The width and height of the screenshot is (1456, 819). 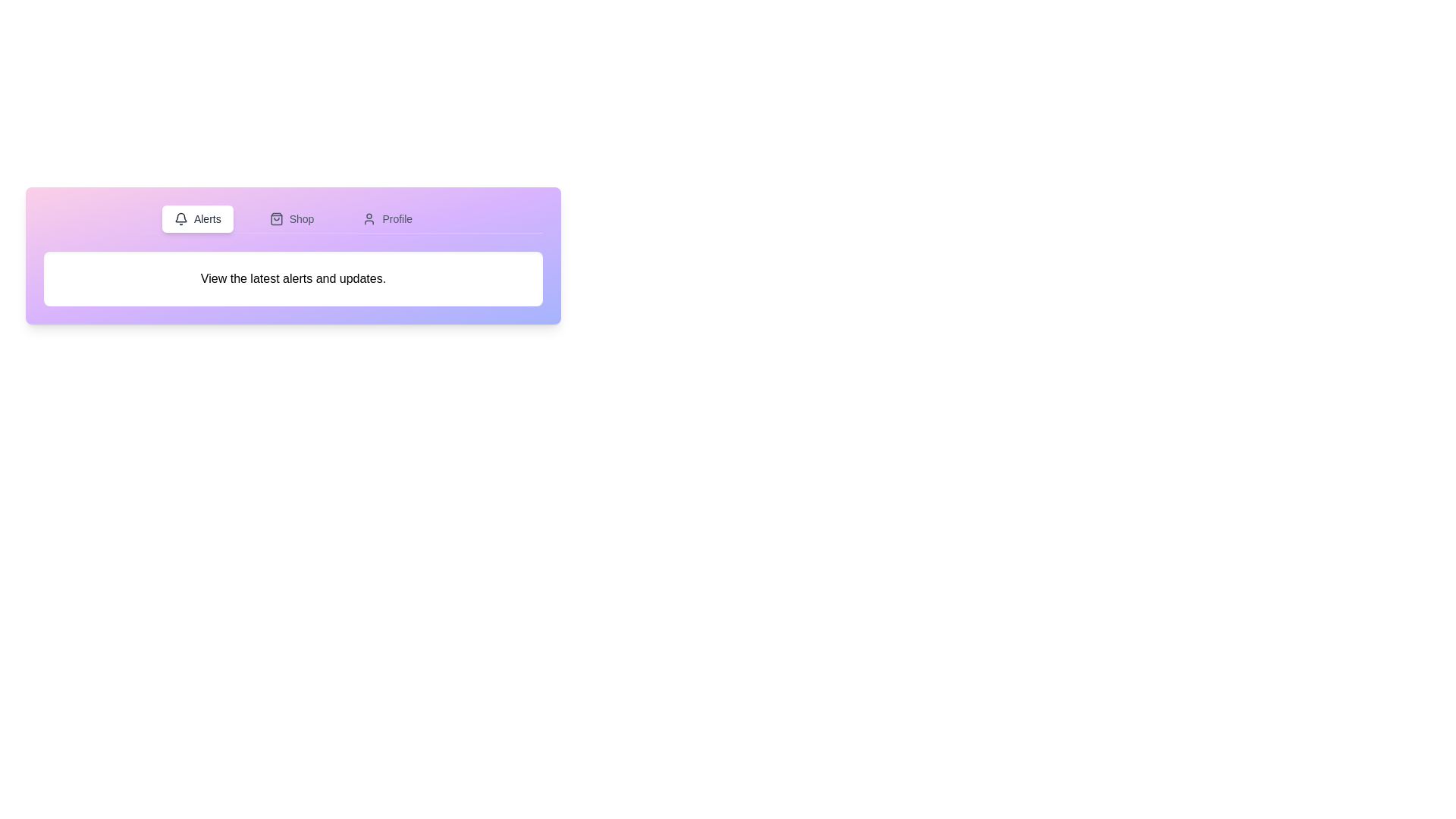 I want to click on the Shop tab, so click(x=291, y=219).